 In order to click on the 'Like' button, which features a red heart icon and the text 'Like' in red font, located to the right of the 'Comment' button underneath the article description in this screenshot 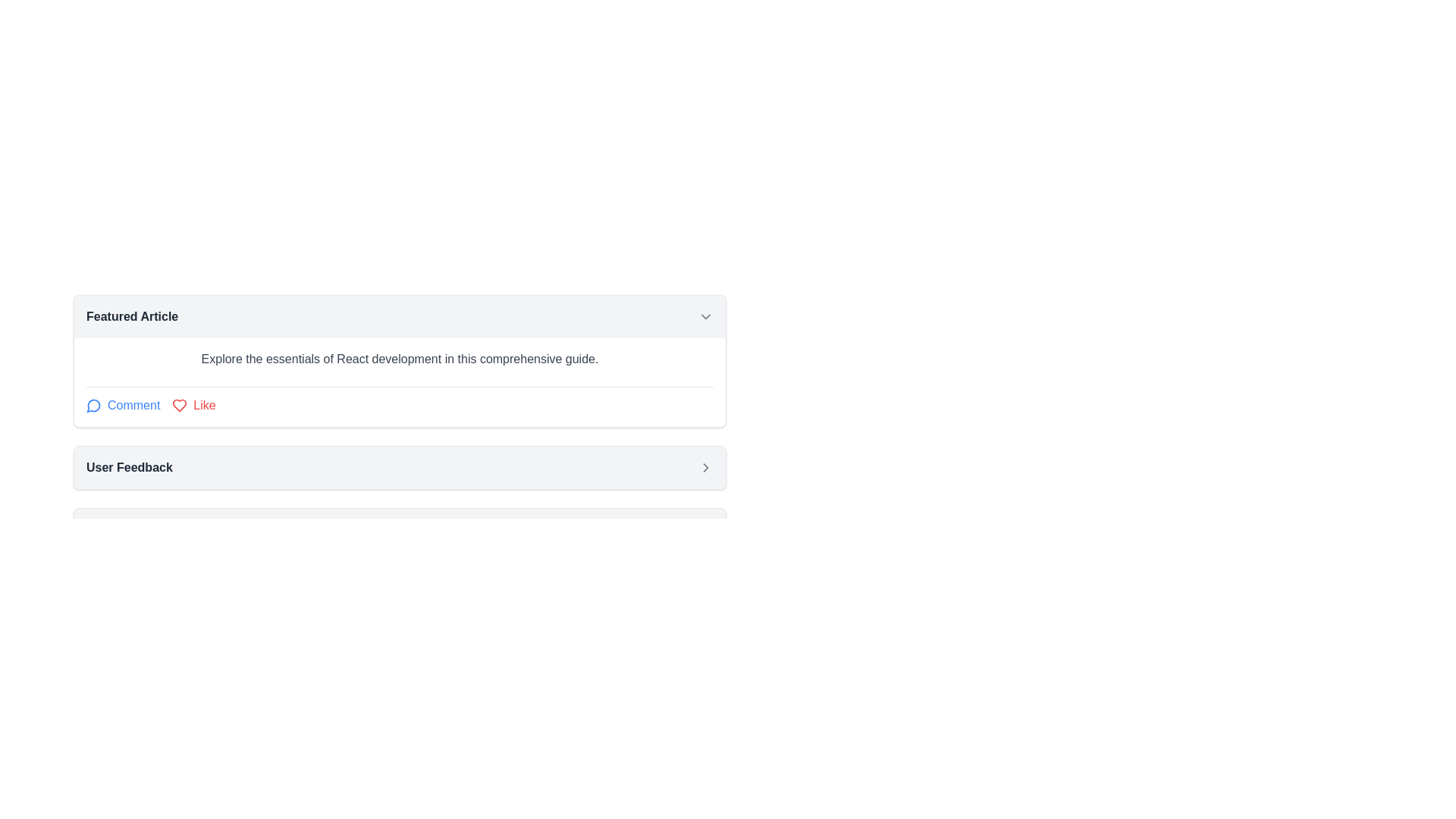, I will do `click(193, 405)`.